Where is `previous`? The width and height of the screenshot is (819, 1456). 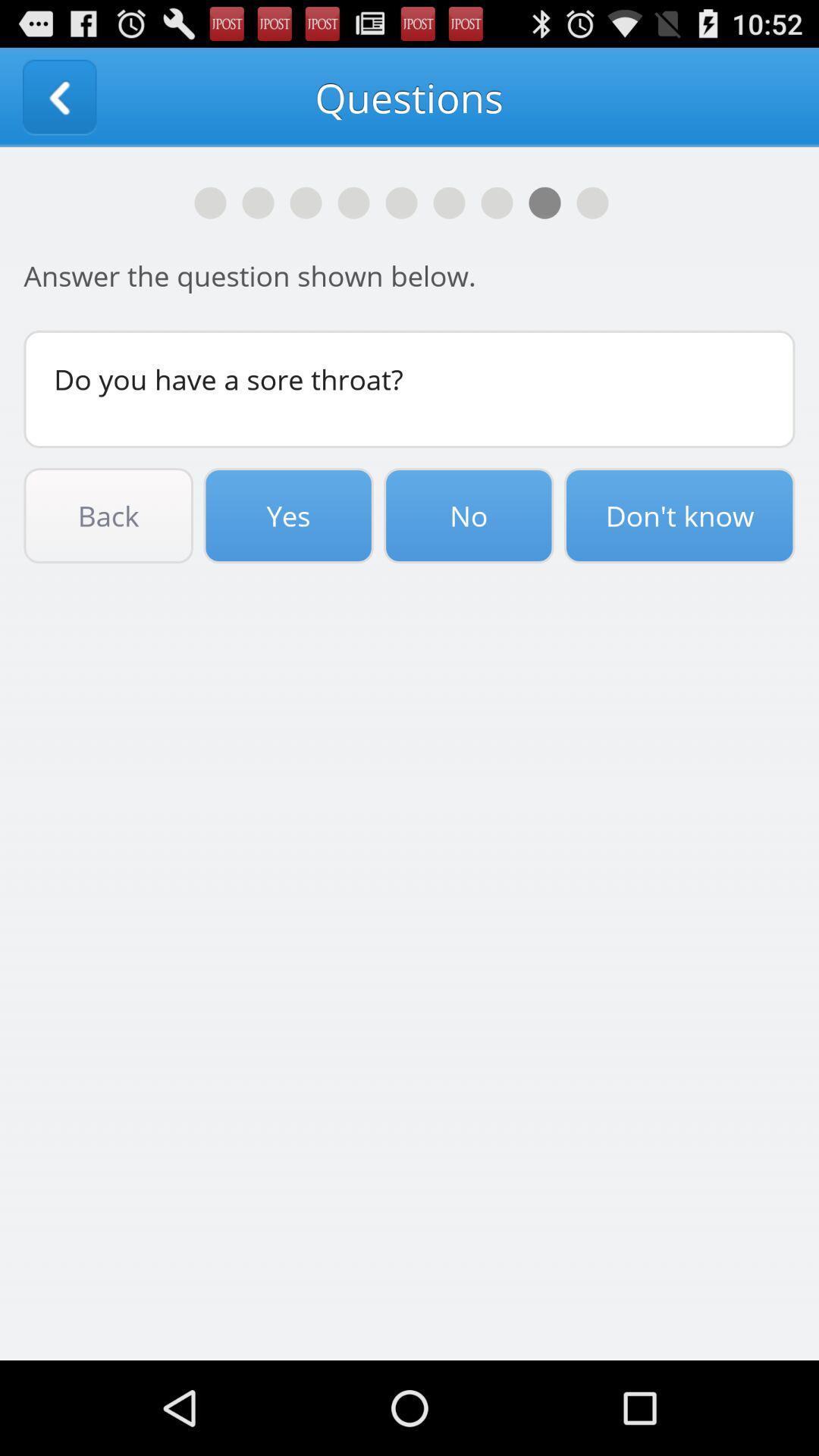 previous is located at coordinates (58, 96).